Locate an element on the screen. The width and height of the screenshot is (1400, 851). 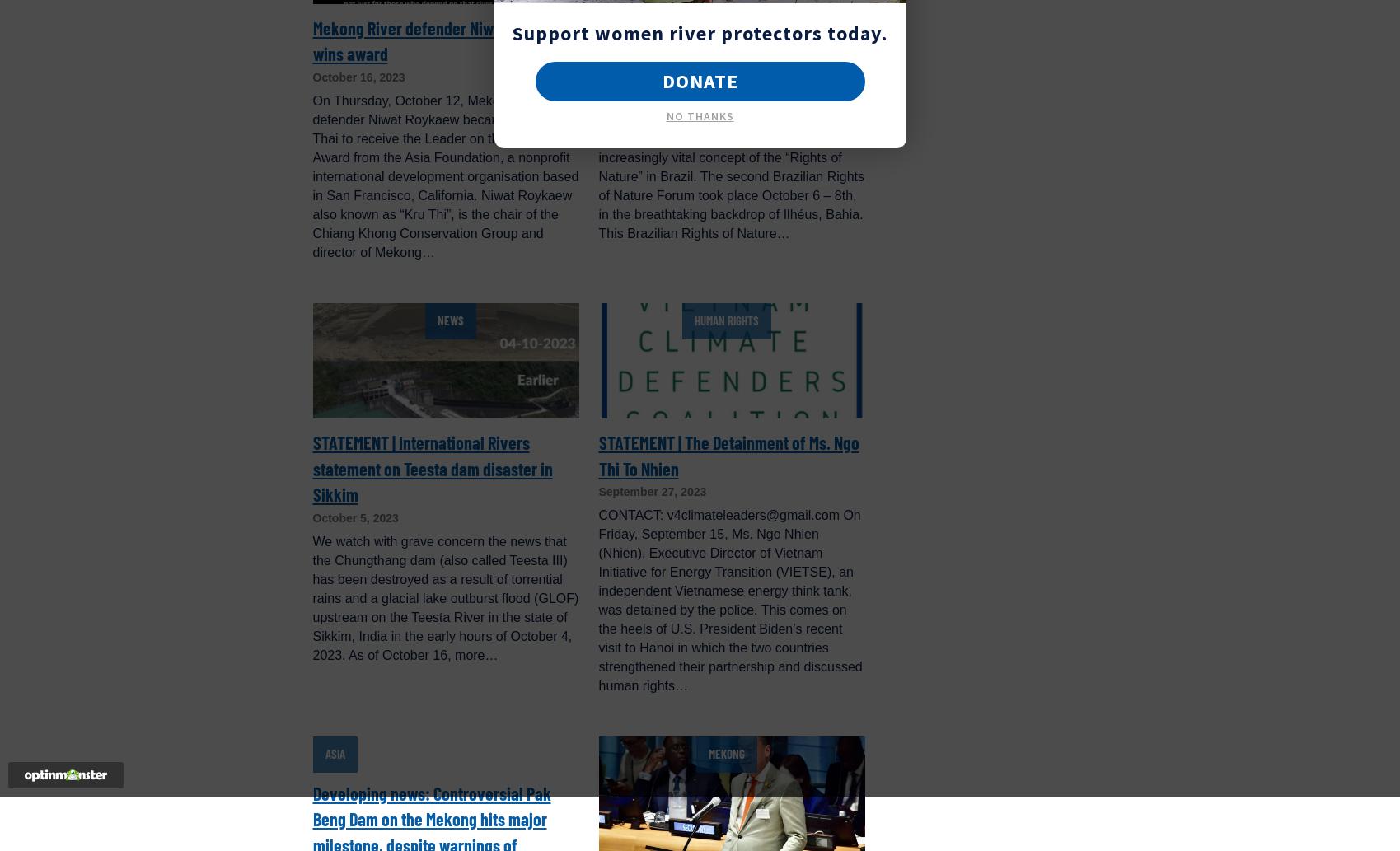
'Asia' is located at coordinates (324, 753).